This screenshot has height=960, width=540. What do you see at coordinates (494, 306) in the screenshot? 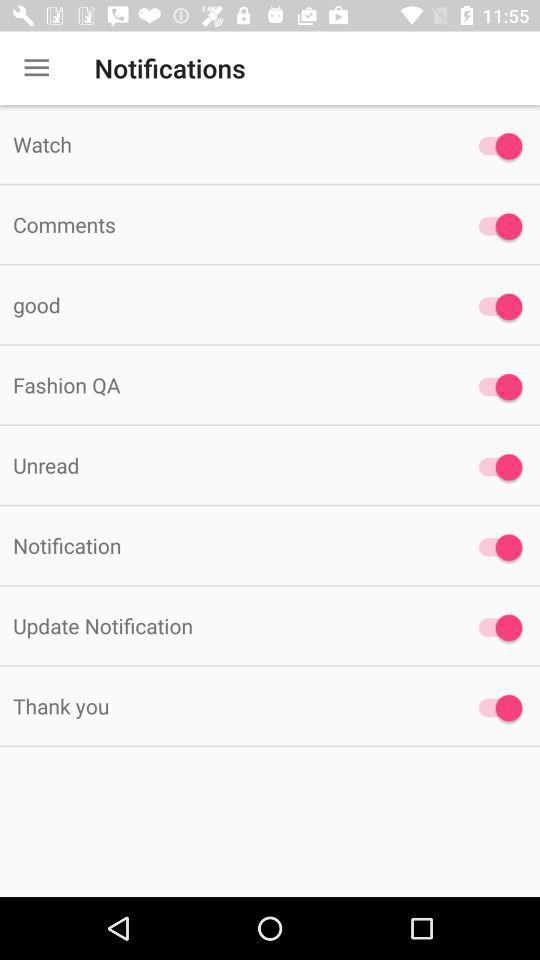
I see `the good option` at bounding box center [494, 306].